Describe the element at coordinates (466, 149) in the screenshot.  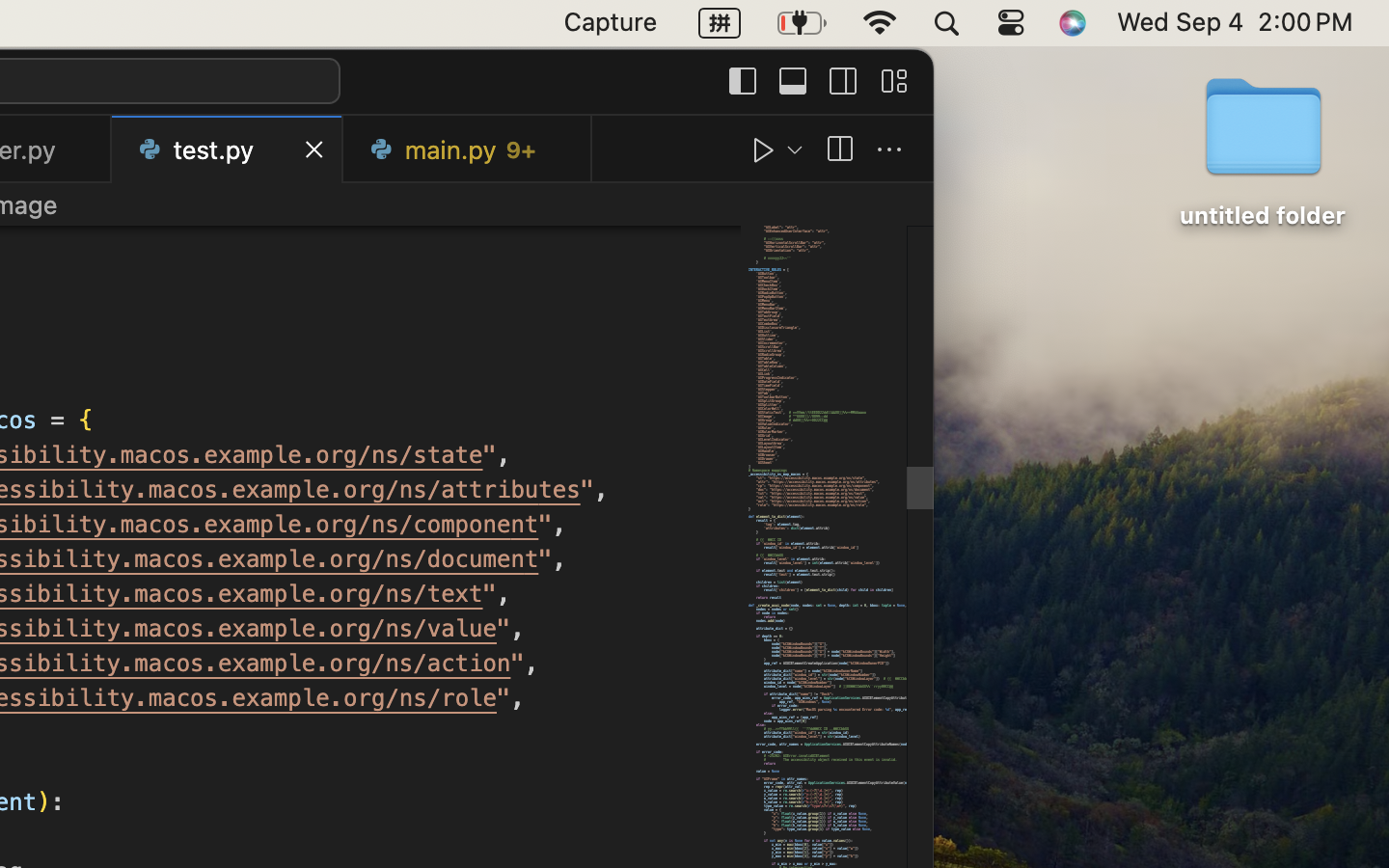
I see `'0 main.py   9+'` at that location.